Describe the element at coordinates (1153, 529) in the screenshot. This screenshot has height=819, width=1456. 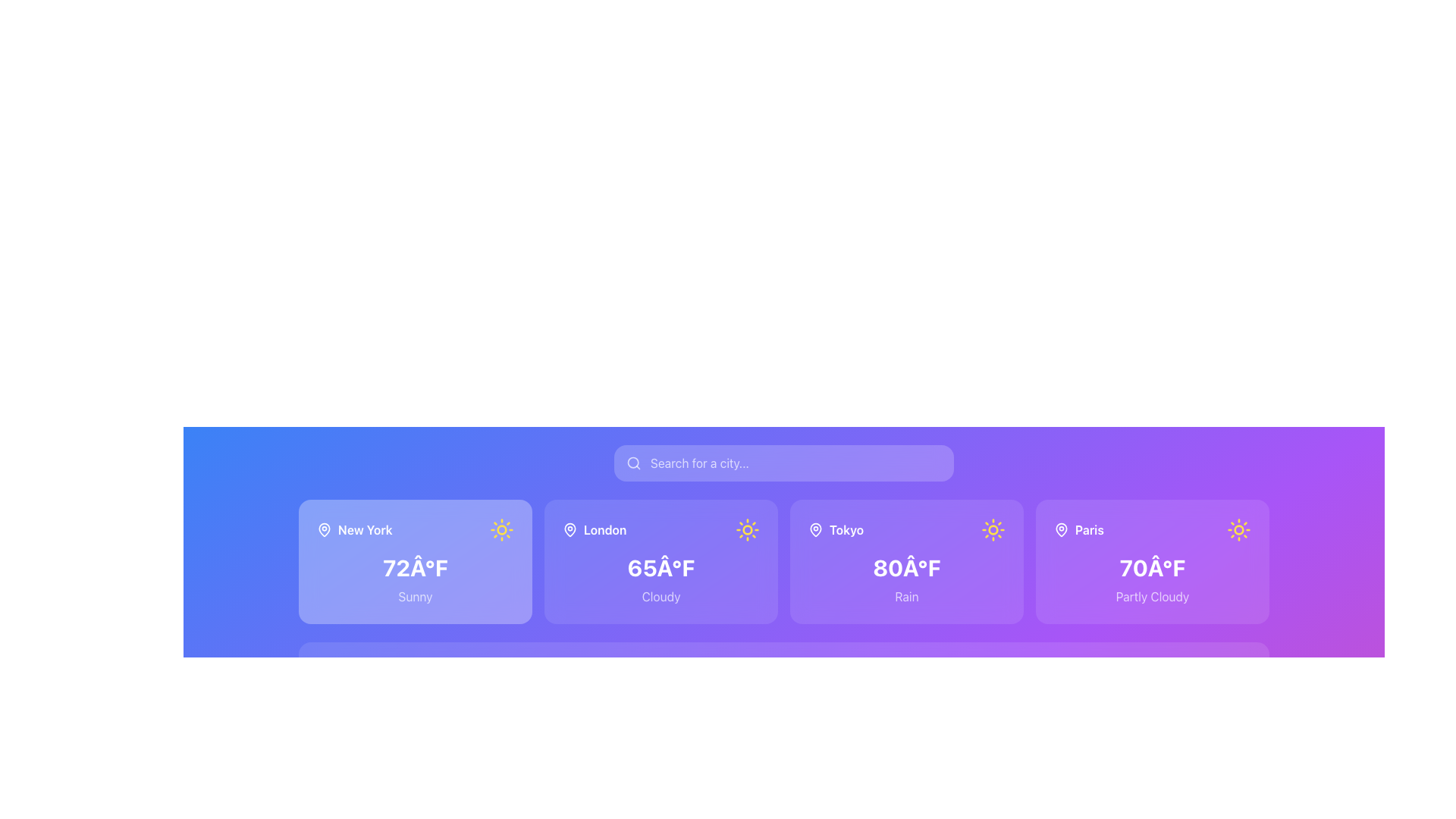
I see `the weather information displayed in the 'Paris' label with icons, which is located in the top section of the Paris card on the weather dashboard` at that location.